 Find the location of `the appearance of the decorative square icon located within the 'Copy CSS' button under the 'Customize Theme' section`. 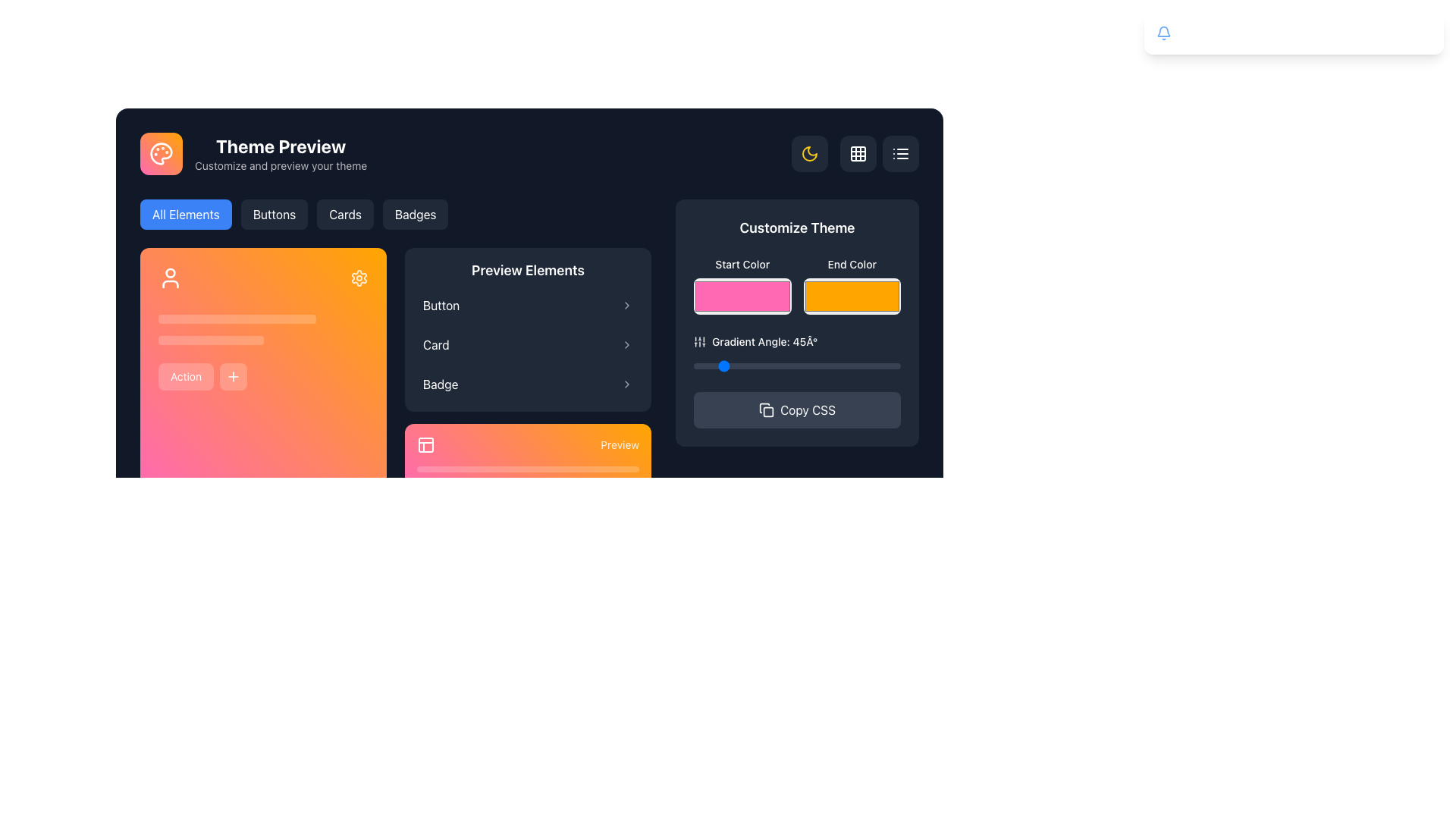

the appearance of the decorative square icon located within the 'Copy CSS' button under the 'Customize Theme' section is located at coordinates (768, 412).